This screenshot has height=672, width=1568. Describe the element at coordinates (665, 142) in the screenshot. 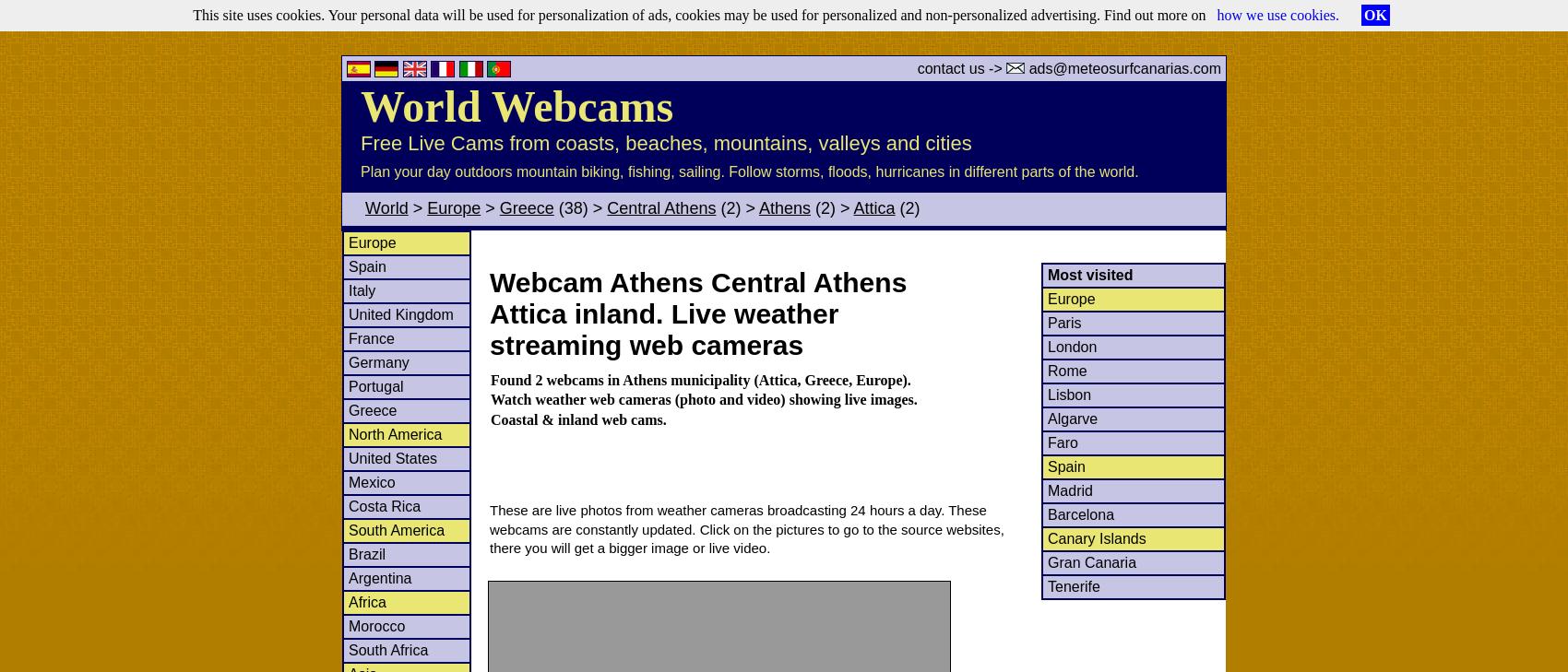

I see `'Free Live Cams from coasts, beaches, mountains, valleys and cities'` at that location.